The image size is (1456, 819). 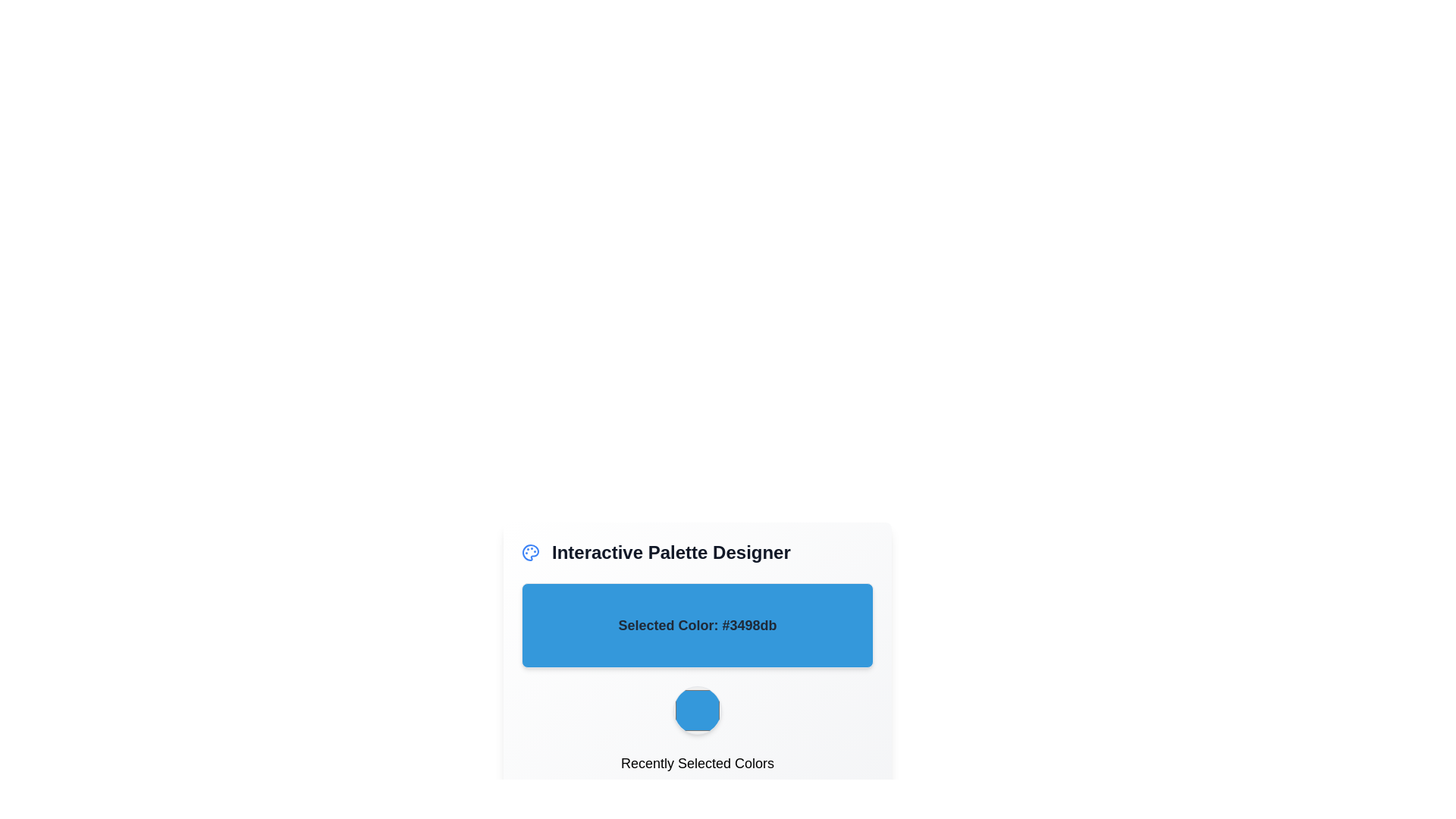 What do you see at coordinates (670, 553) in the screenshot?
I see `the text label displaying 'Interactive Palette Designer', which is prominently positioned in the header section with a bold, large font in dark gray color` at bounding box center [670, 553].